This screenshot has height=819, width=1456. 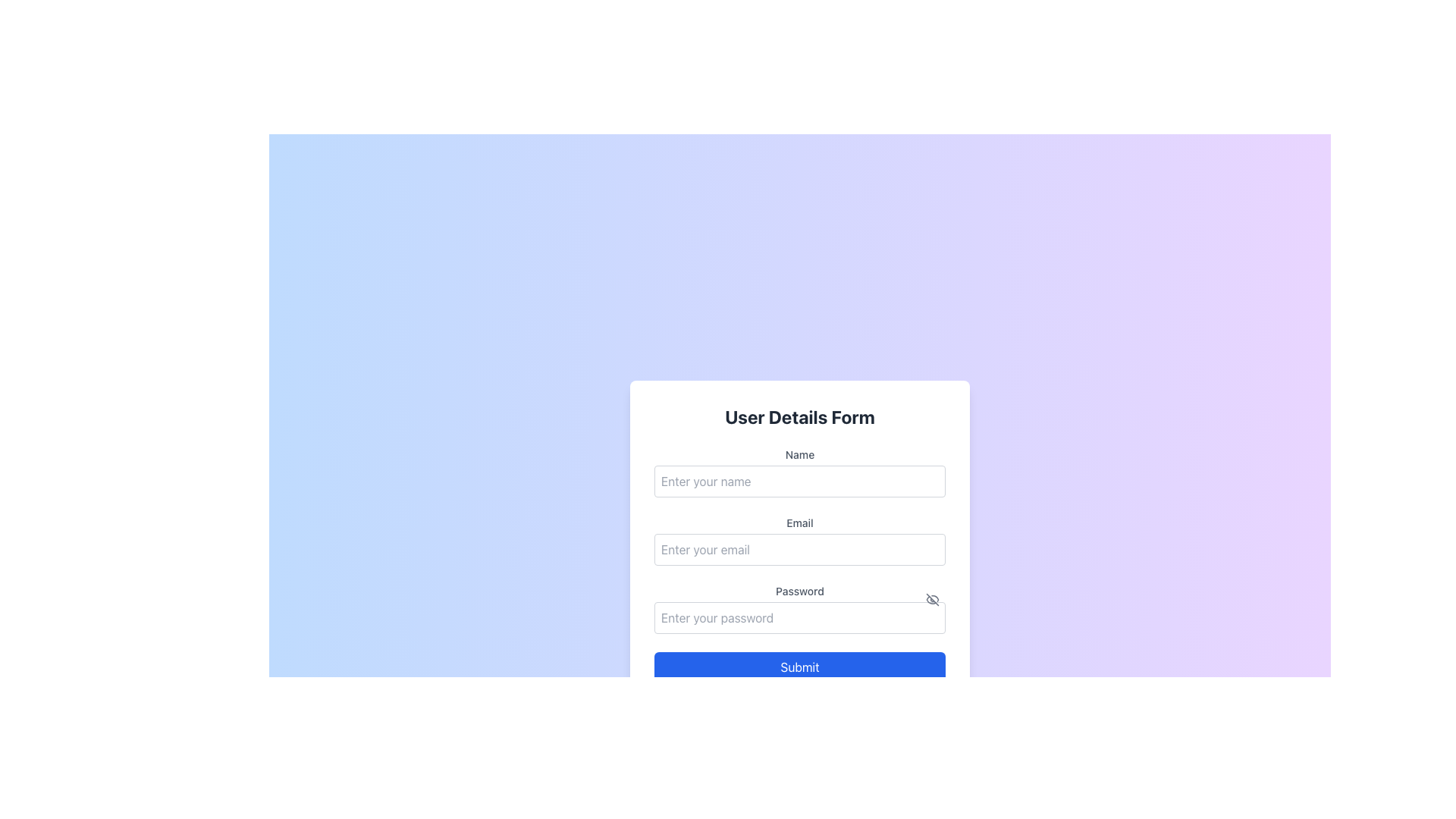 I want to click on the 'Password' text label, which is styled with a smaller font size, medium weight, and gray color, located directly above the password input field, so click(x=799, y=590).